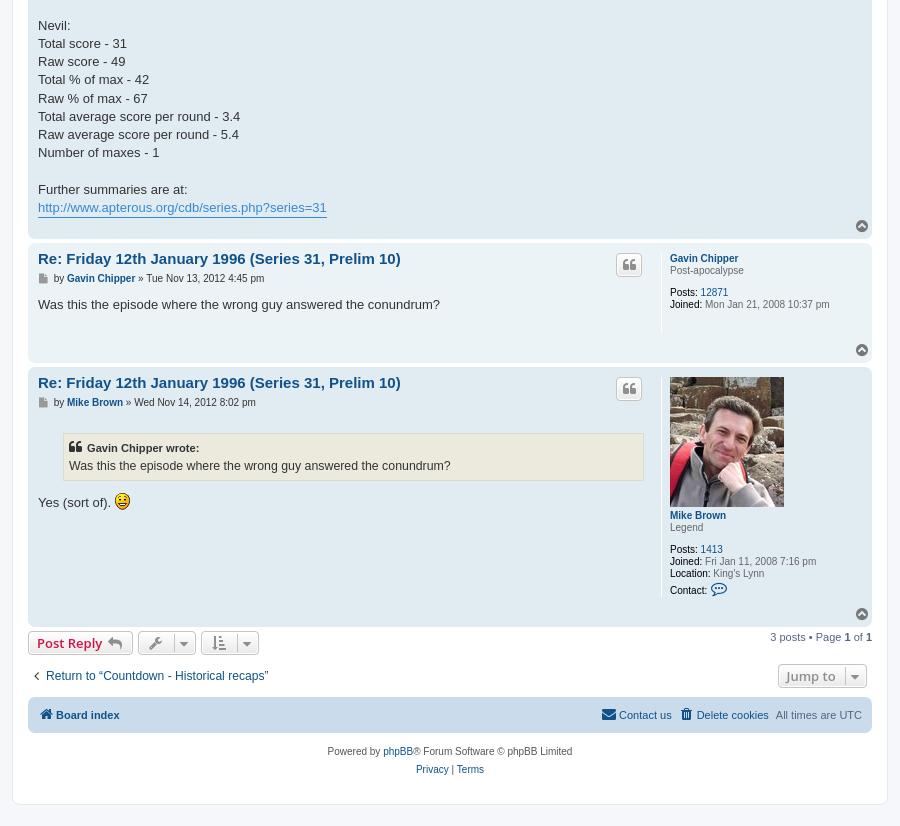 This screenshot has height=826, width=900. I want to click on 'Fri Jan 11, 2008 7:16 pm', so click(757, 560).